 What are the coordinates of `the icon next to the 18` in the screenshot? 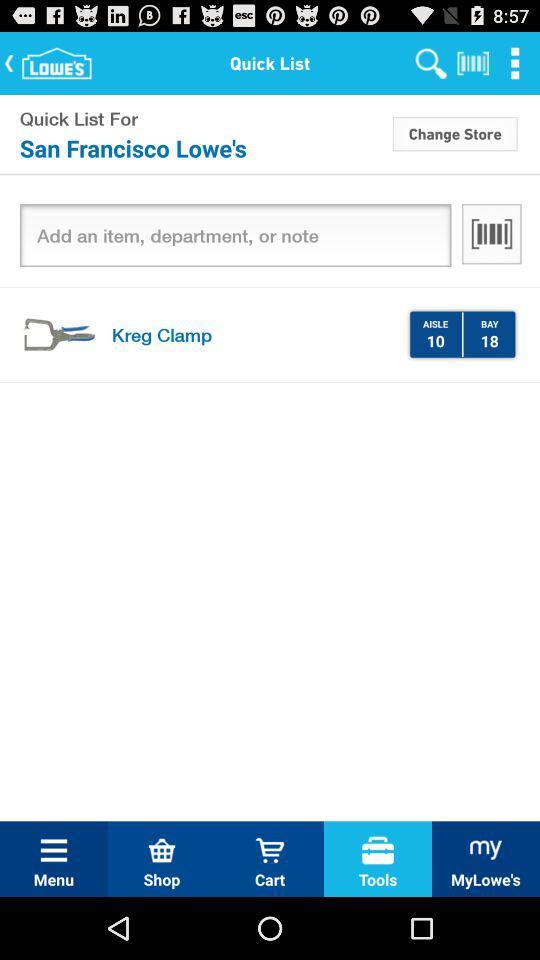 It's located at (462, 334).